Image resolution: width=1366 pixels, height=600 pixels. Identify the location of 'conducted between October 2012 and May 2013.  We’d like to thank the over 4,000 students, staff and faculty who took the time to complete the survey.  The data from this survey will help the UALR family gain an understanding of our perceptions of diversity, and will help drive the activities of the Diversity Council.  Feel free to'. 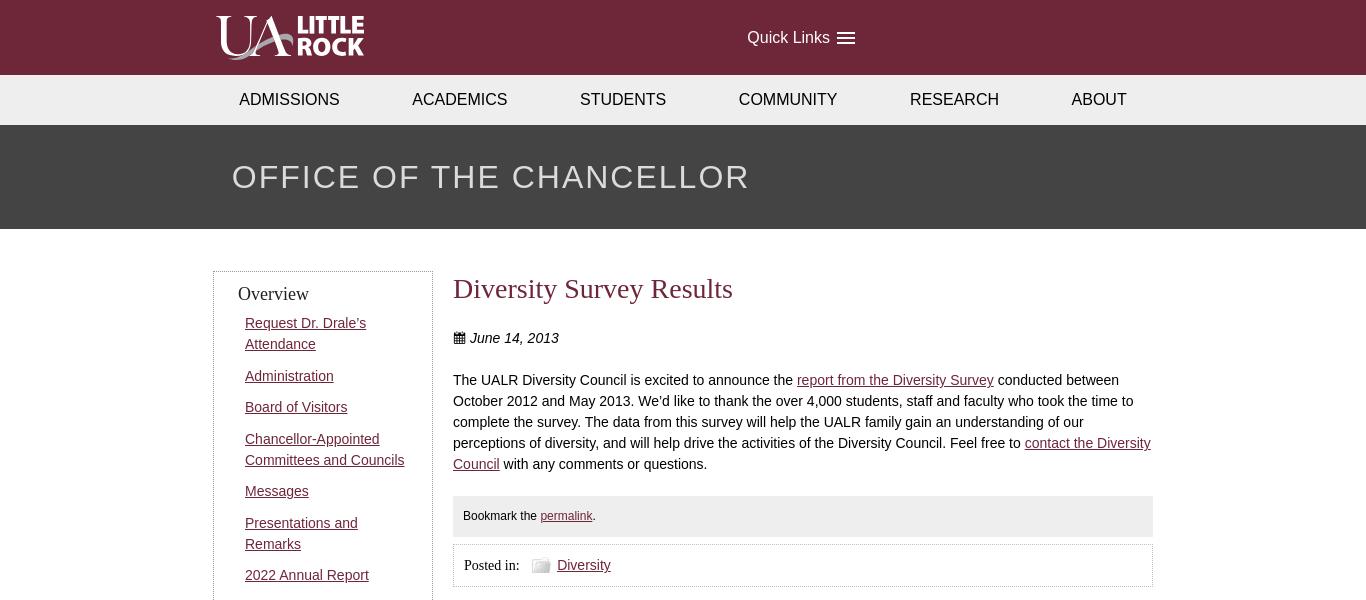
(792, 410).